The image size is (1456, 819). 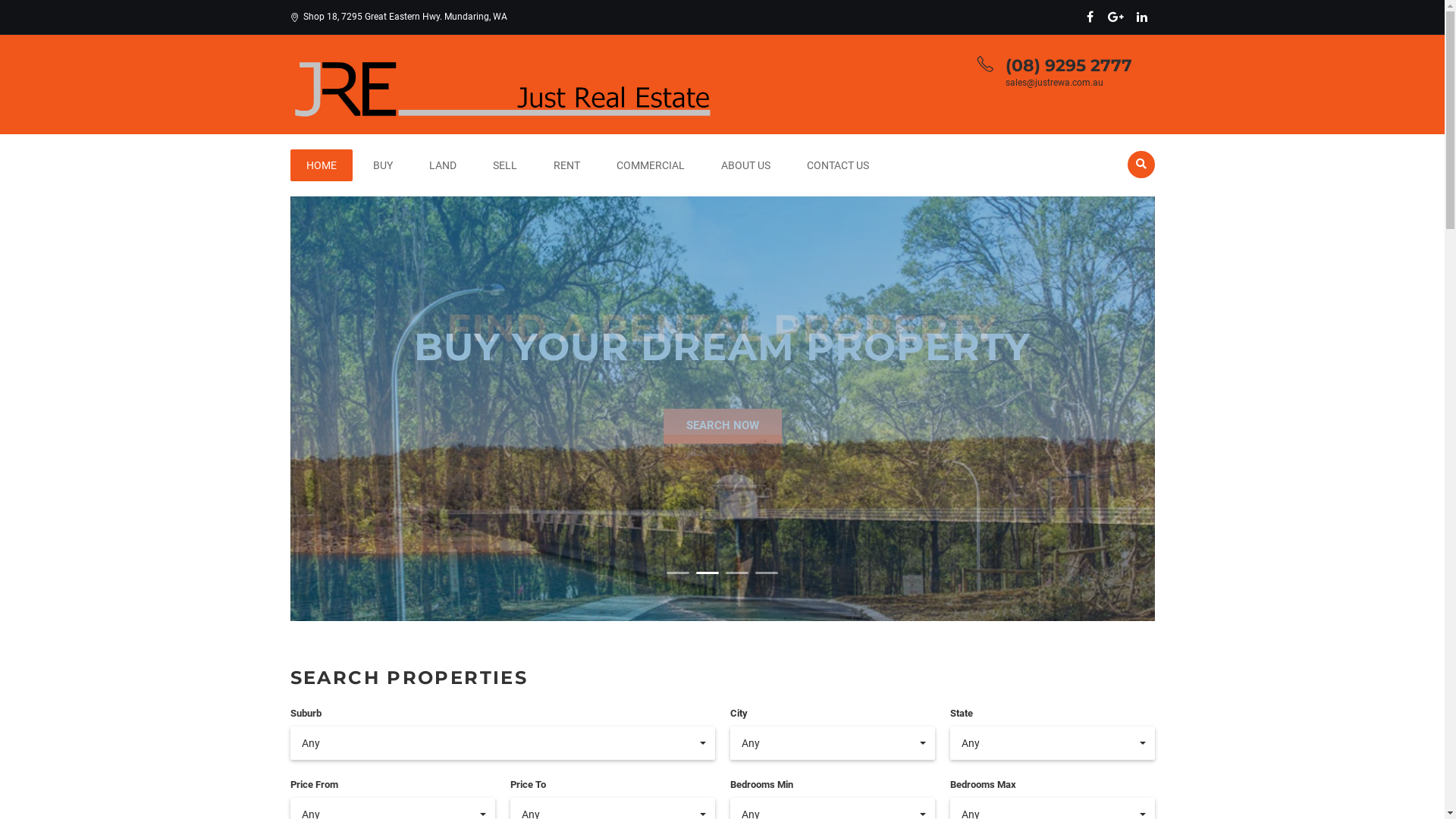 What do you see at coordinates (600, 165) in the screenshot?
I see `'COMMERCIAL'` at bounding box center [600, 165].